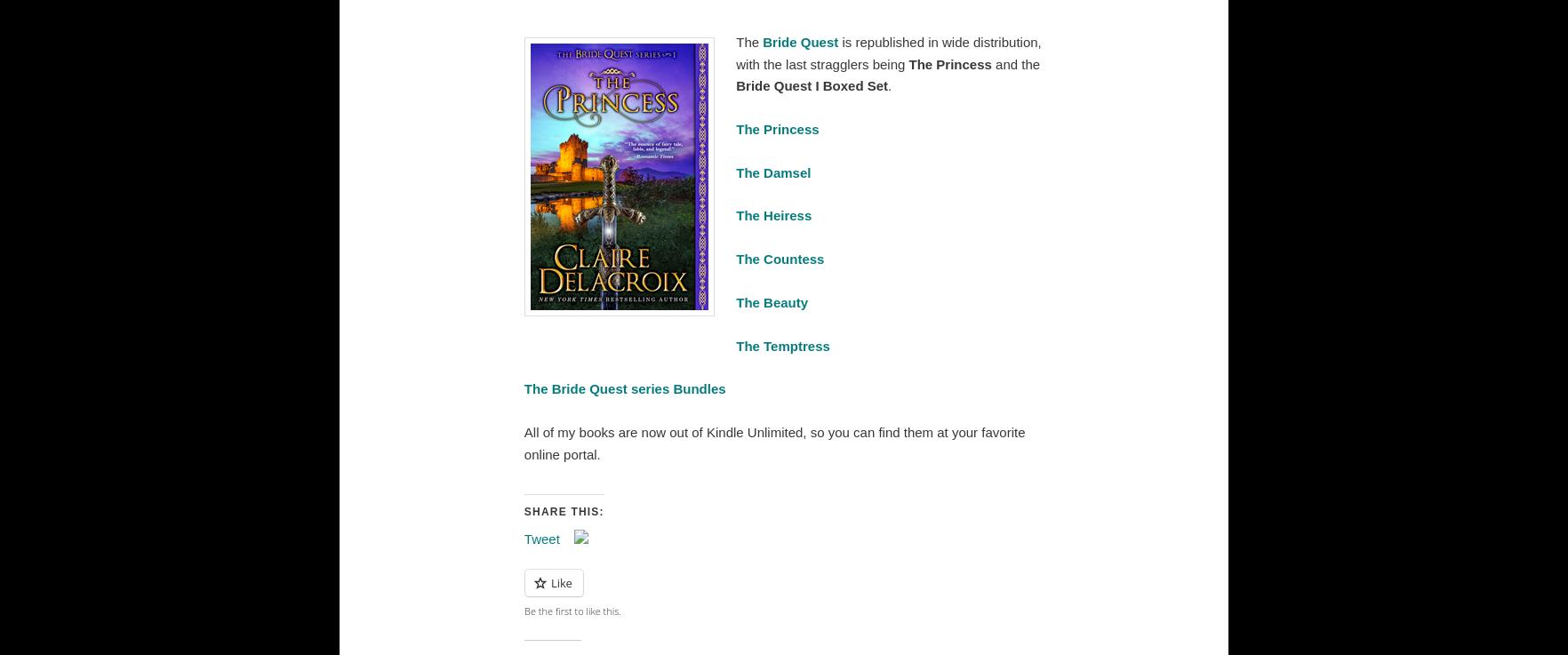  What do you see at coordinates (800, 42) in the screenshot?
I see `'Bride Quest'` at bounding box center [800, 42].